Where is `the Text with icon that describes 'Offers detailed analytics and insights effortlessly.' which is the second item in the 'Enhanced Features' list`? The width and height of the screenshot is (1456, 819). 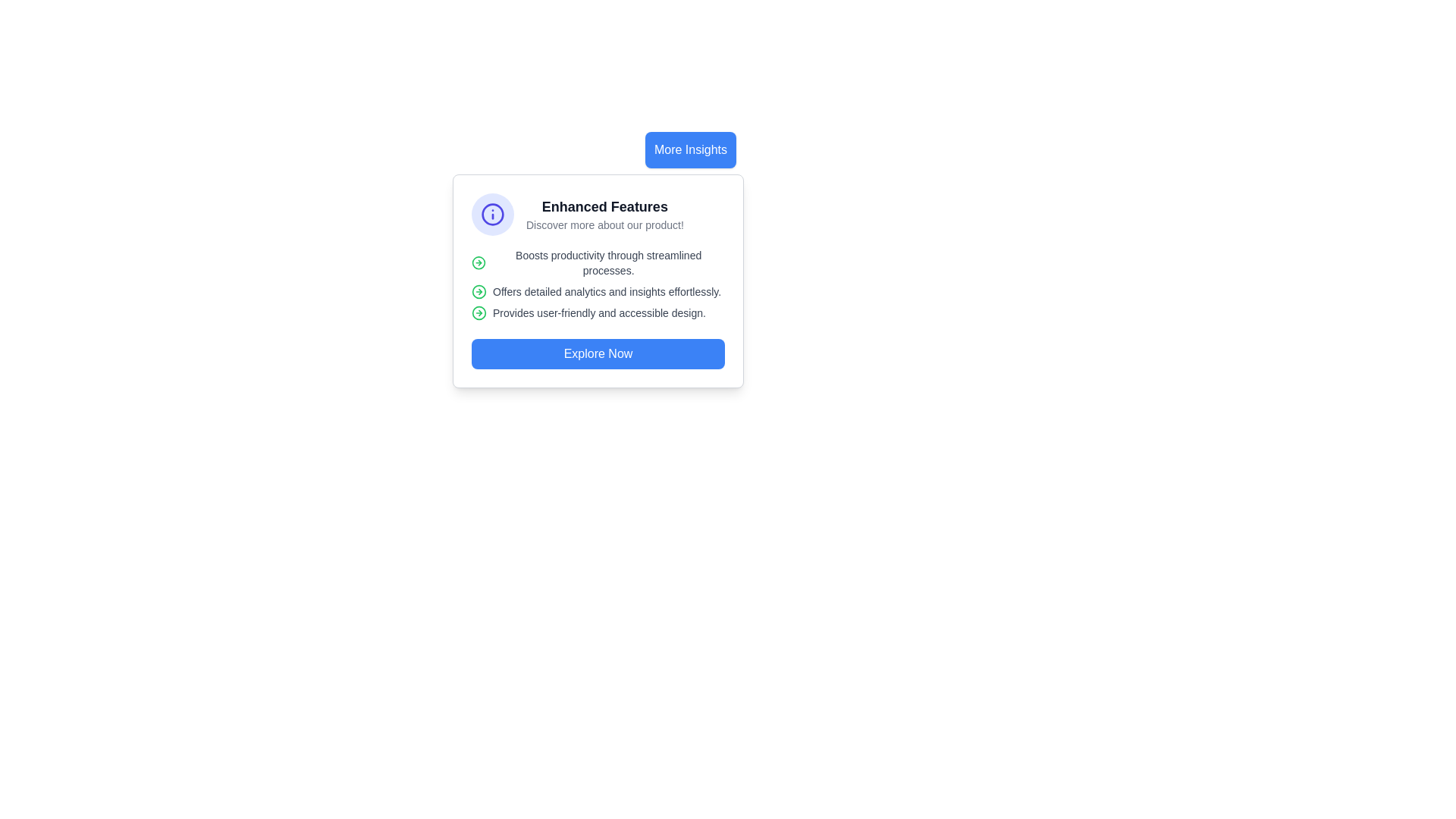 the Text with icon that describes 'Offers detailed analytics and insights effortlessly.' which is the second item in the 'Enhanced Features' list is located at coordinates (597, 292).